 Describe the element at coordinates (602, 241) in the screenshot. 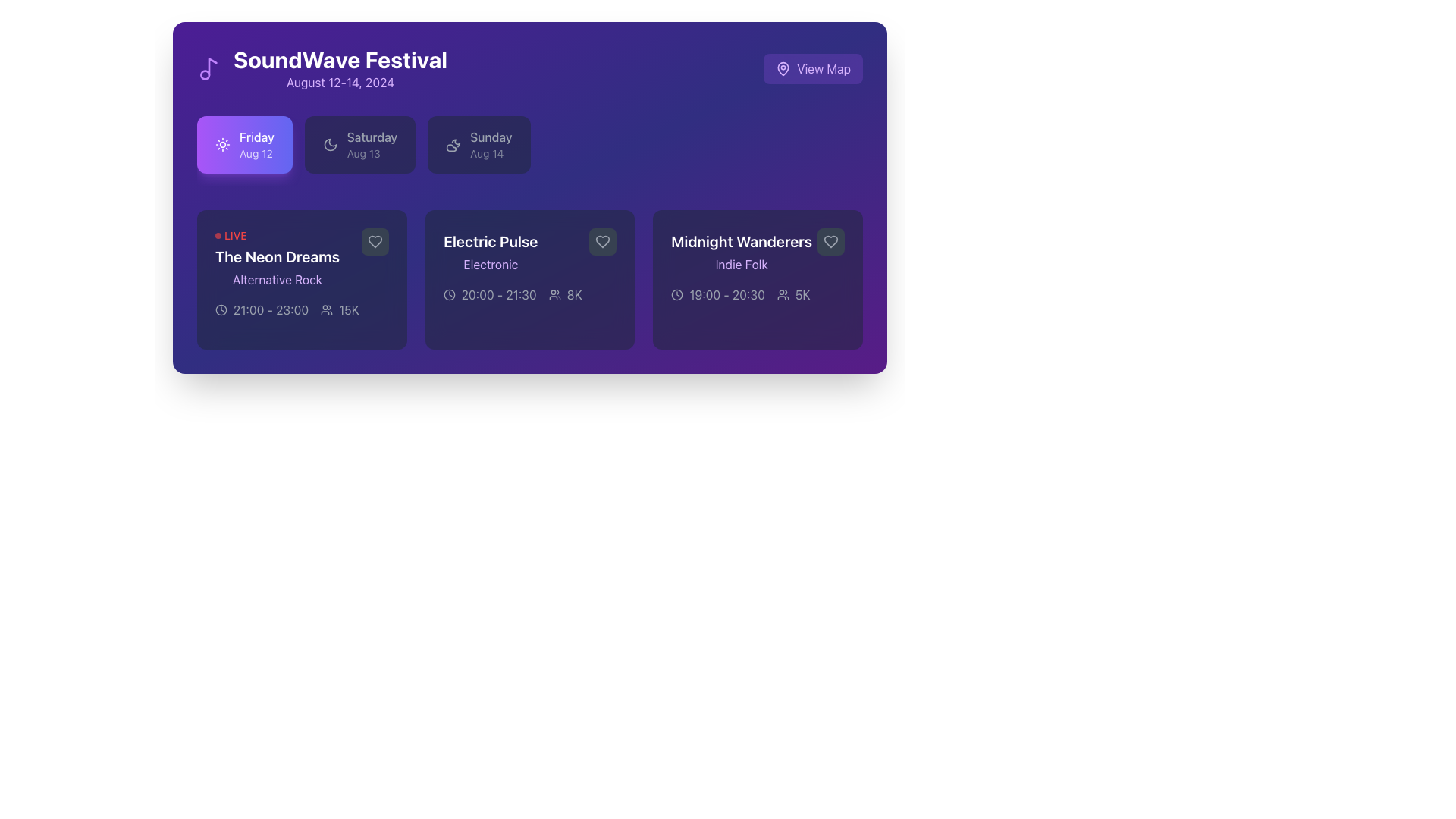

I see `the heart icon button located at the top-right corner of the 'Electric Pulse' card` at that location.